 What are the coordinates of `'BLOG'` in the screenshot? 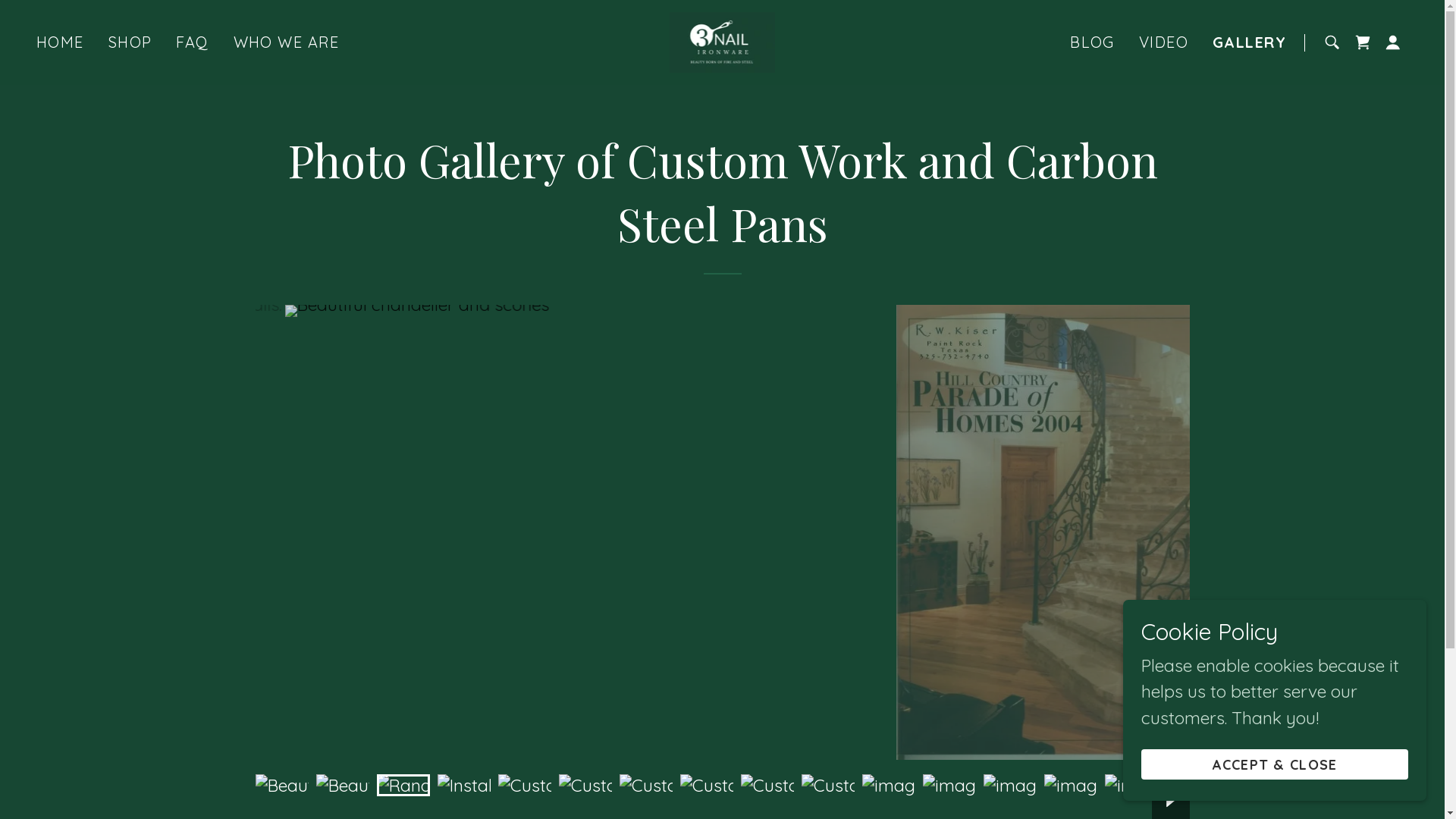 It's located at (1092, 42).